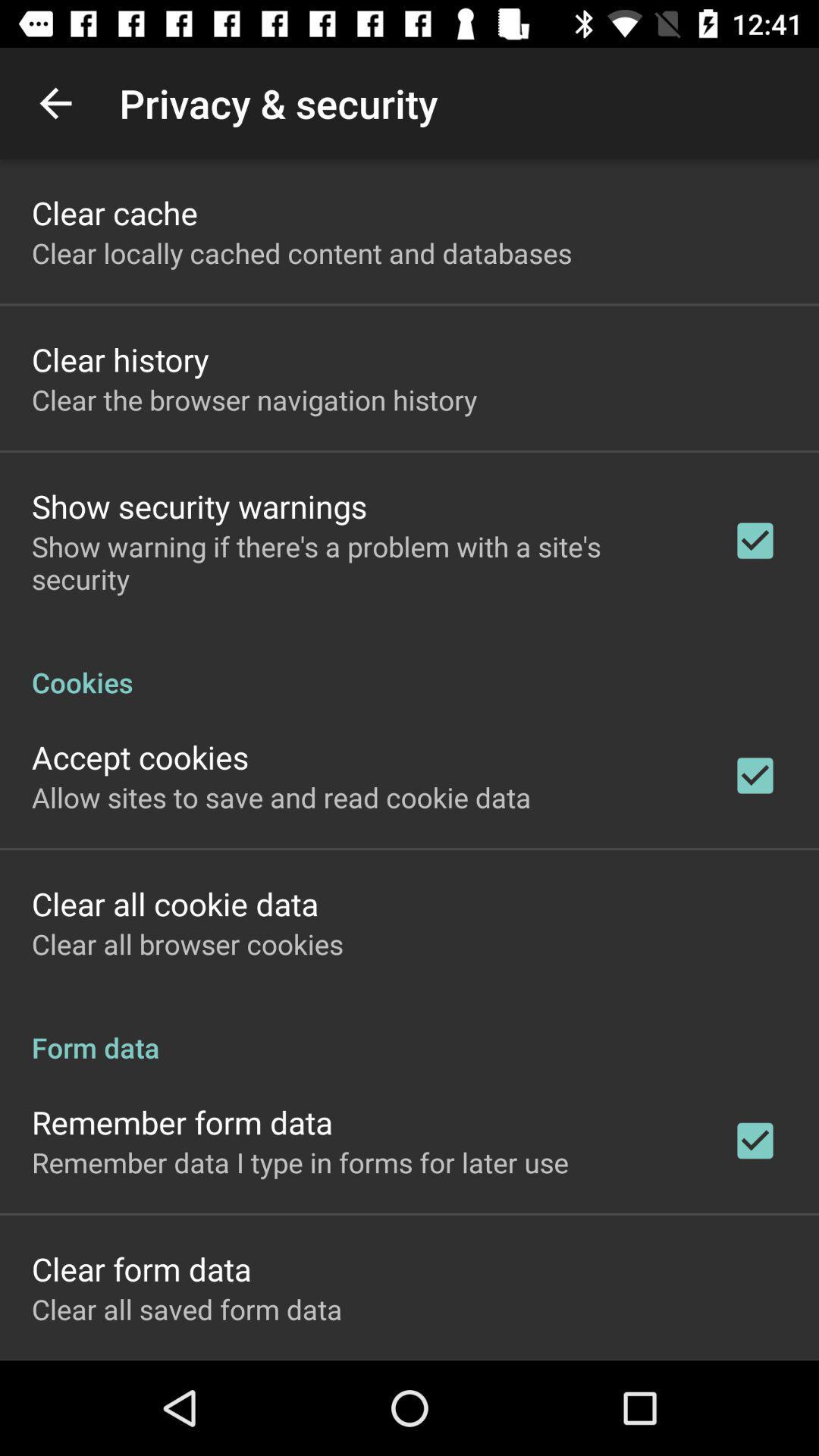 The image size is (819, 1456). What do you see at coordinates (281, 796) in the screenshot?
I see `app above the clear all cookie icon` at bounding box center [281, 796].